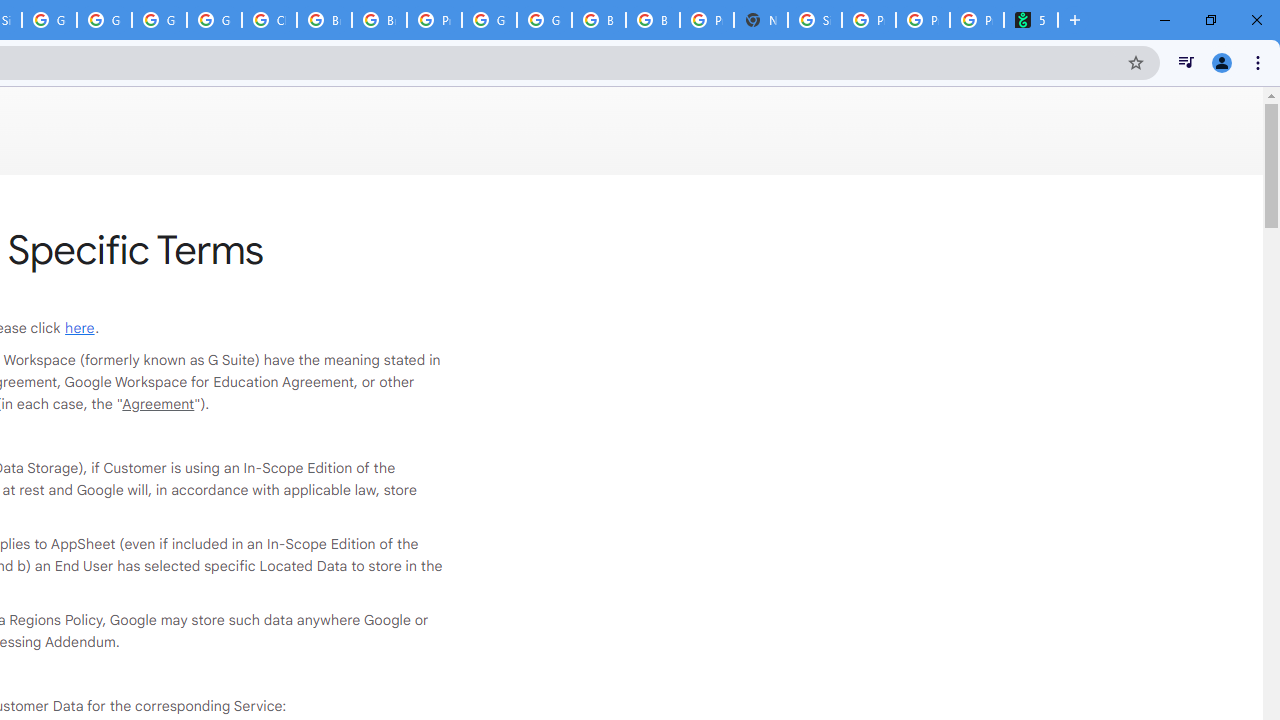 The image size is (1280, 720). Describe the element at coordinates (759, 20) in the screenshot. I see `'New Tab'` at that location.